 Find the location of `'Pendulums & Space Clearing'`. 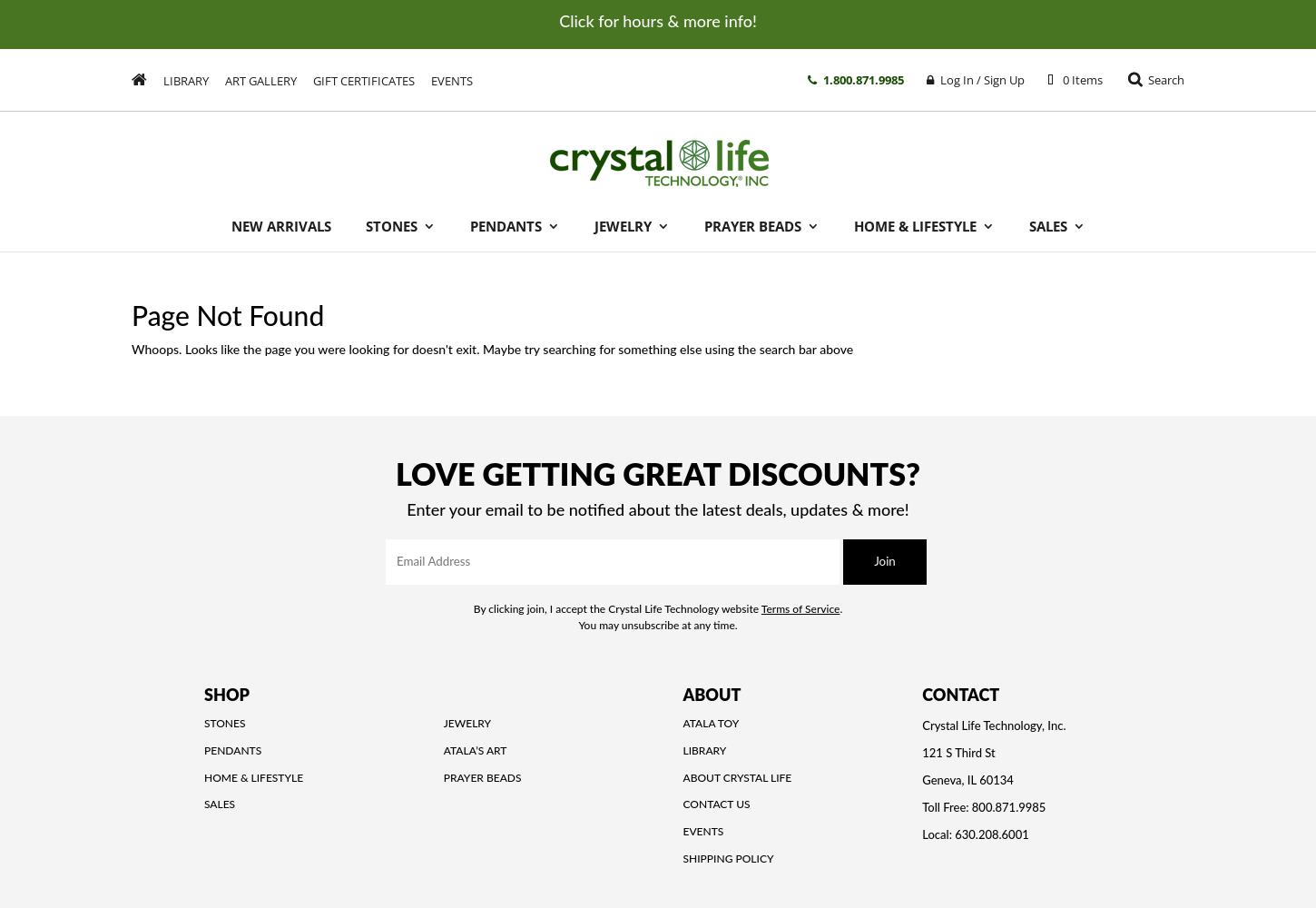

'Pendulums & Space Clearing' is located at coordinates (957, 460).